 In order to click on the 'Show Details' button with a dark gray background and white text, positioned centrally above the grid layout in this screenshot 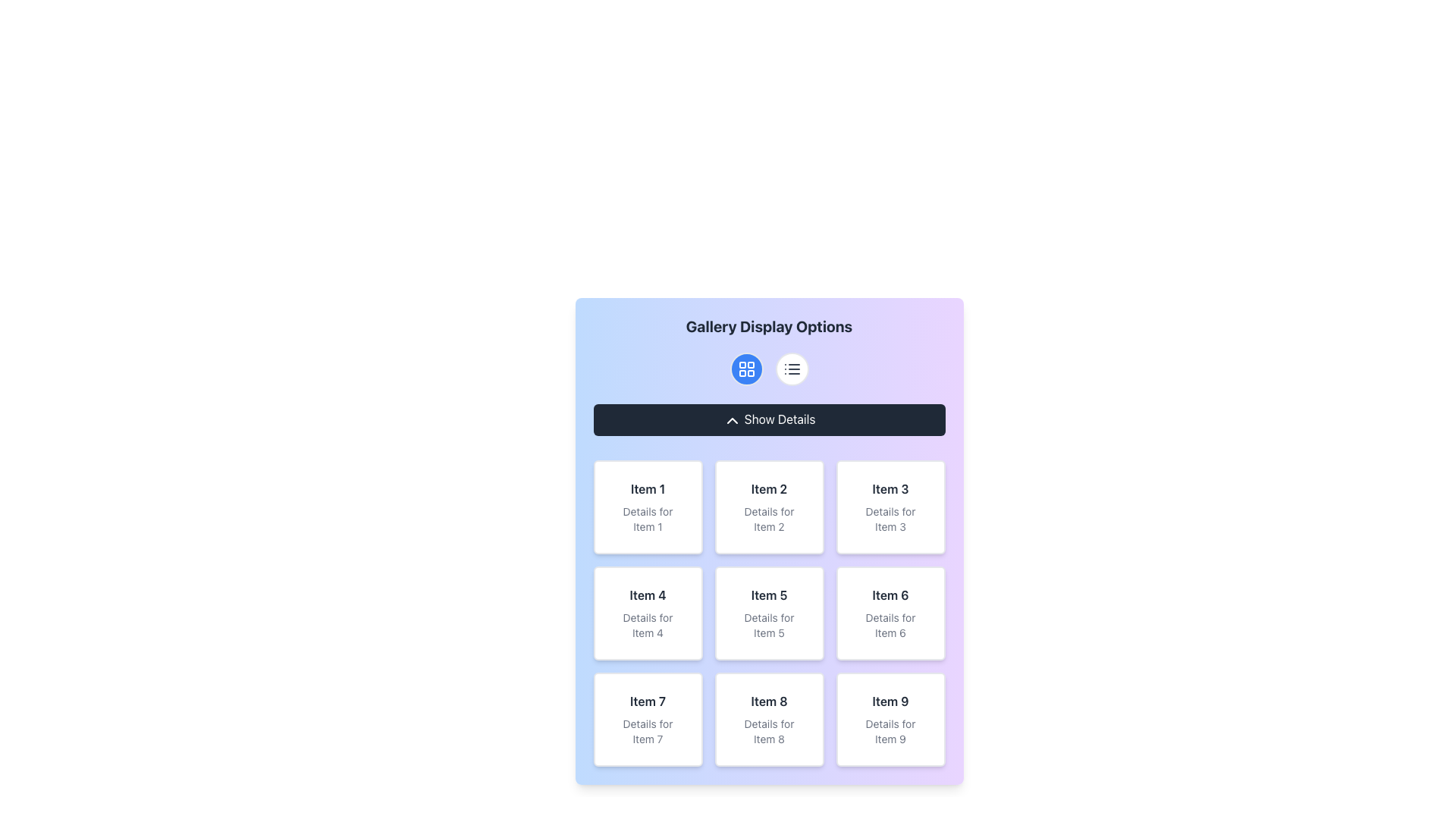, I will do `click(769, 419)`.